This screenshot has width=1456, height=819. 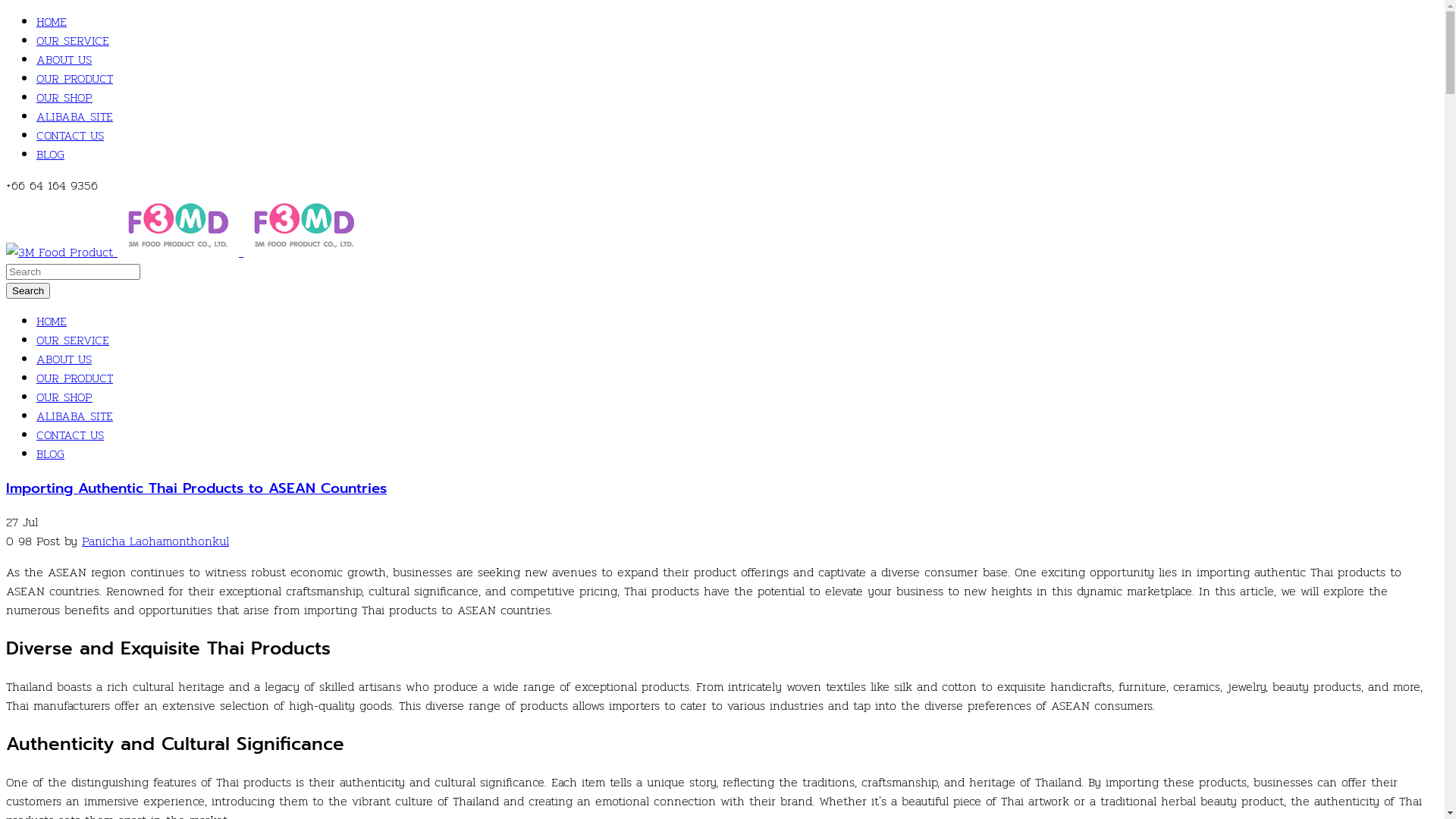 I want to click on 'CONTACT US', so click(x=69, y=134).